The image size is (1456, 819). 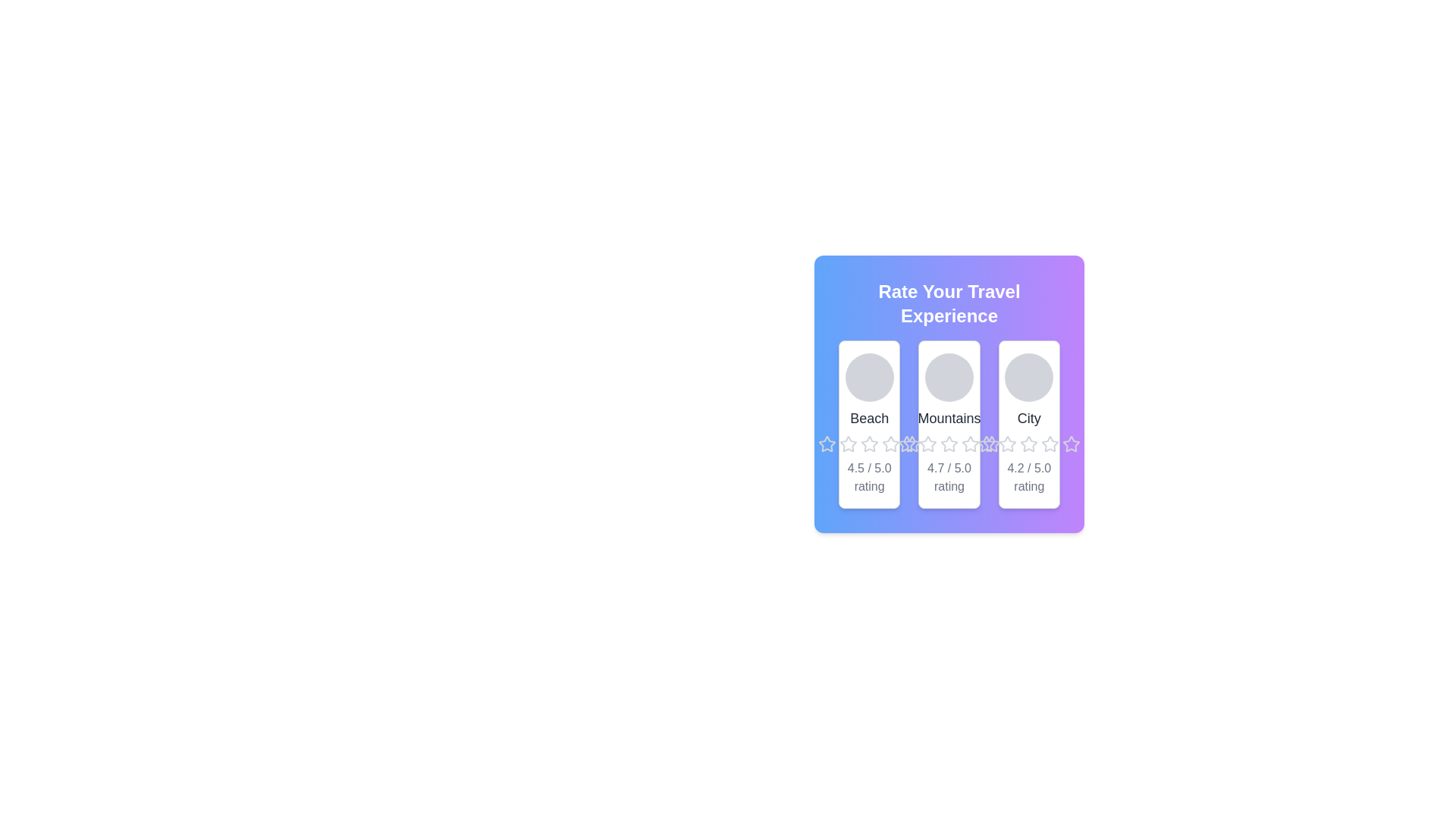 I want to click on the third white star-shaped icon, so click(x=1008, y=444).